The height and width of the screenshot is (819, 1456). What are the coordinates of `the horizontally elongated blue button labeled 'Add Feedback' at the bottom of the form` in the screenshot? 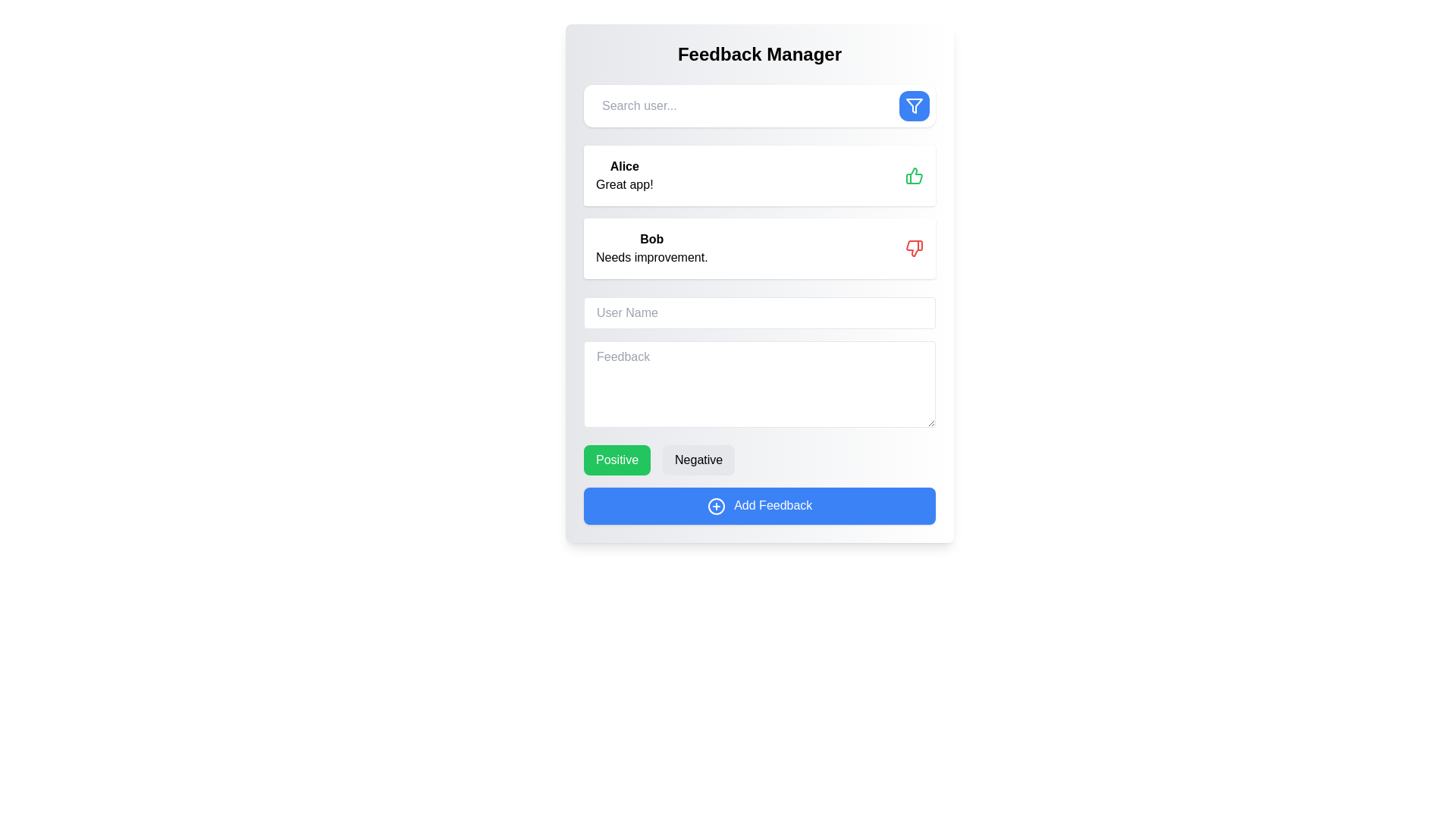 It's located at (760, 506).